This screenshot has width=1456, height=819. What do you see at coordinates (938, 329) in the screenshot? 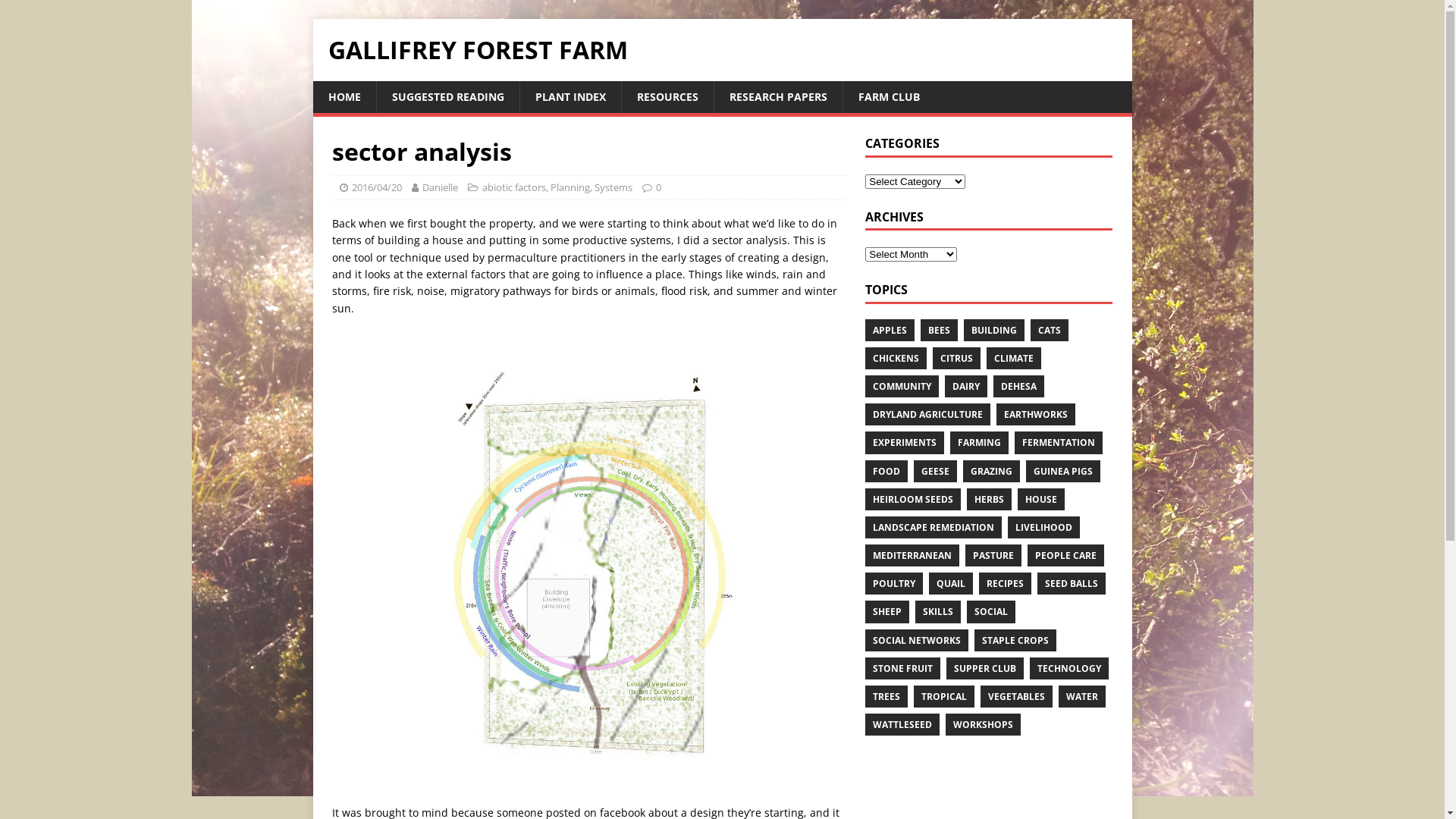
I see `'BEES'` at bounding box center [938, 329].